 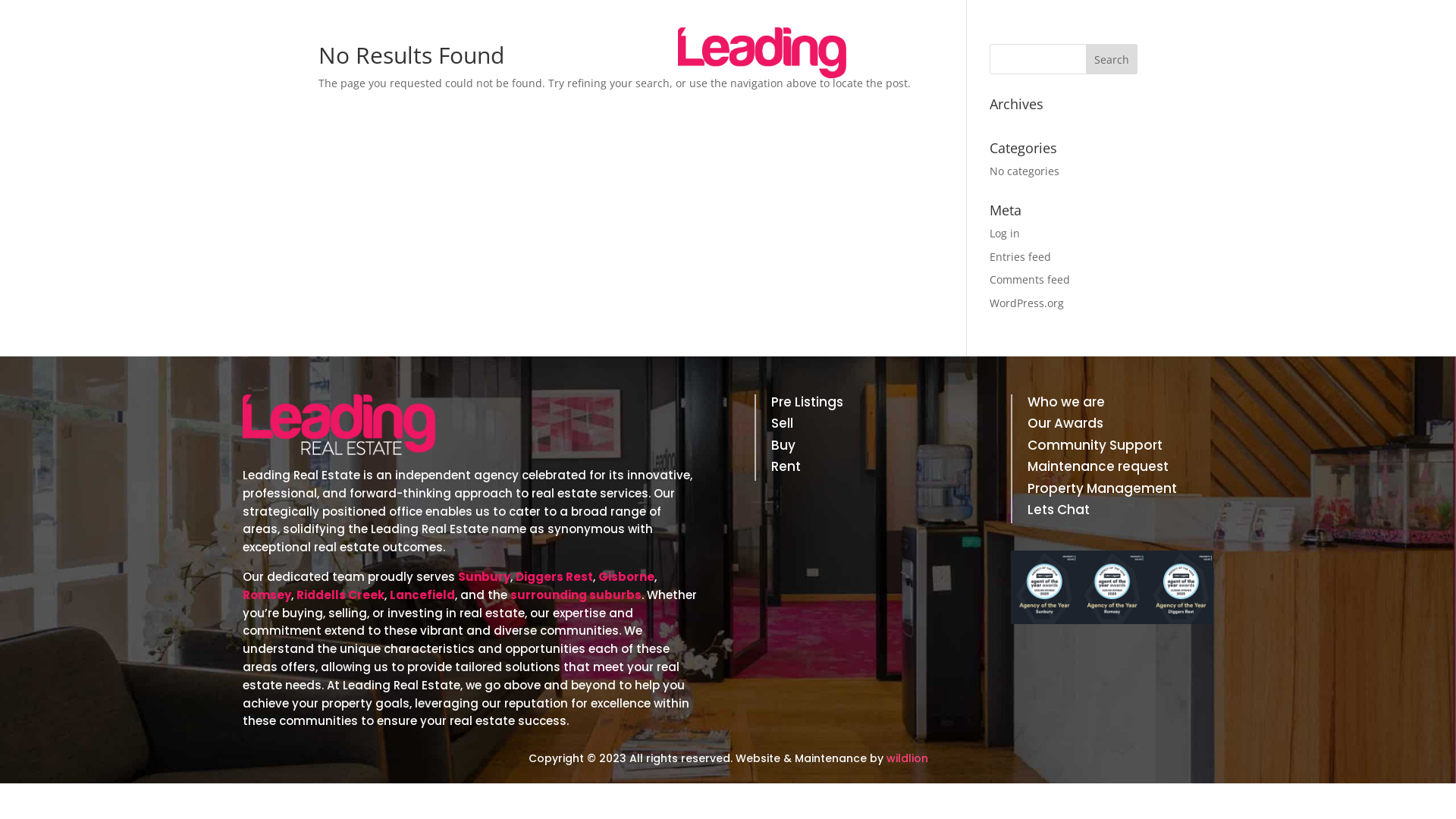 I want to click on 'Riddells Creek', so click(x=296, y=594).